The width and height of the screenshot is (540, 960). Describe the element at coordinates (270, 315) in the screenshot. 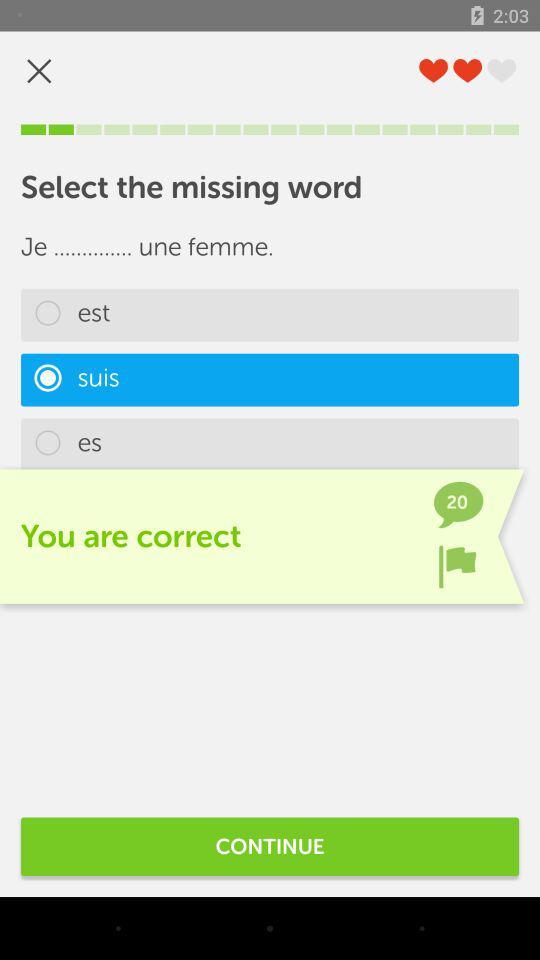

I see `est` at that location.